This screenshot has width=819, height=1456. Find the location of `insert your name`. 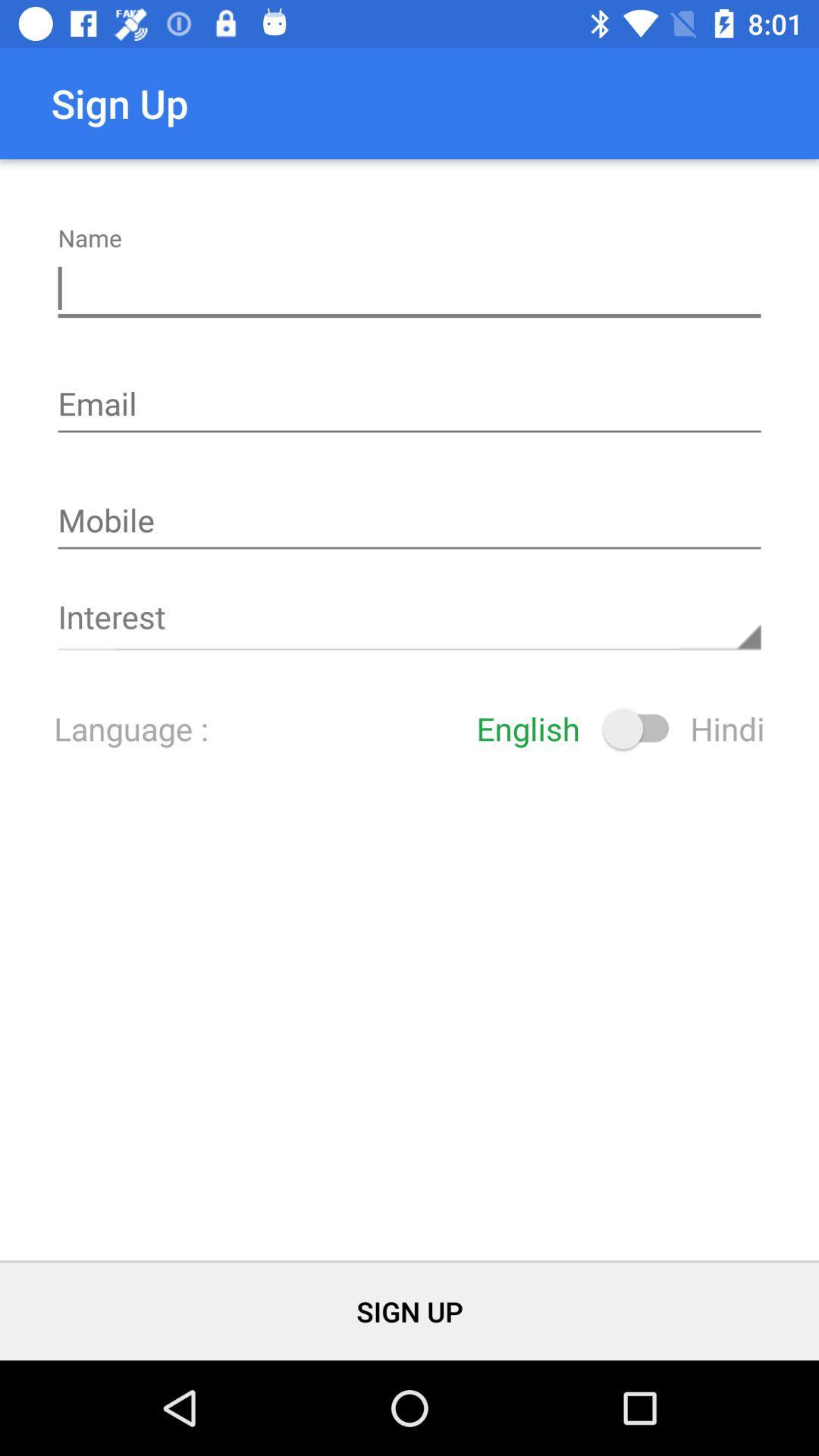

insert your name is located at coordinates (409, 289).